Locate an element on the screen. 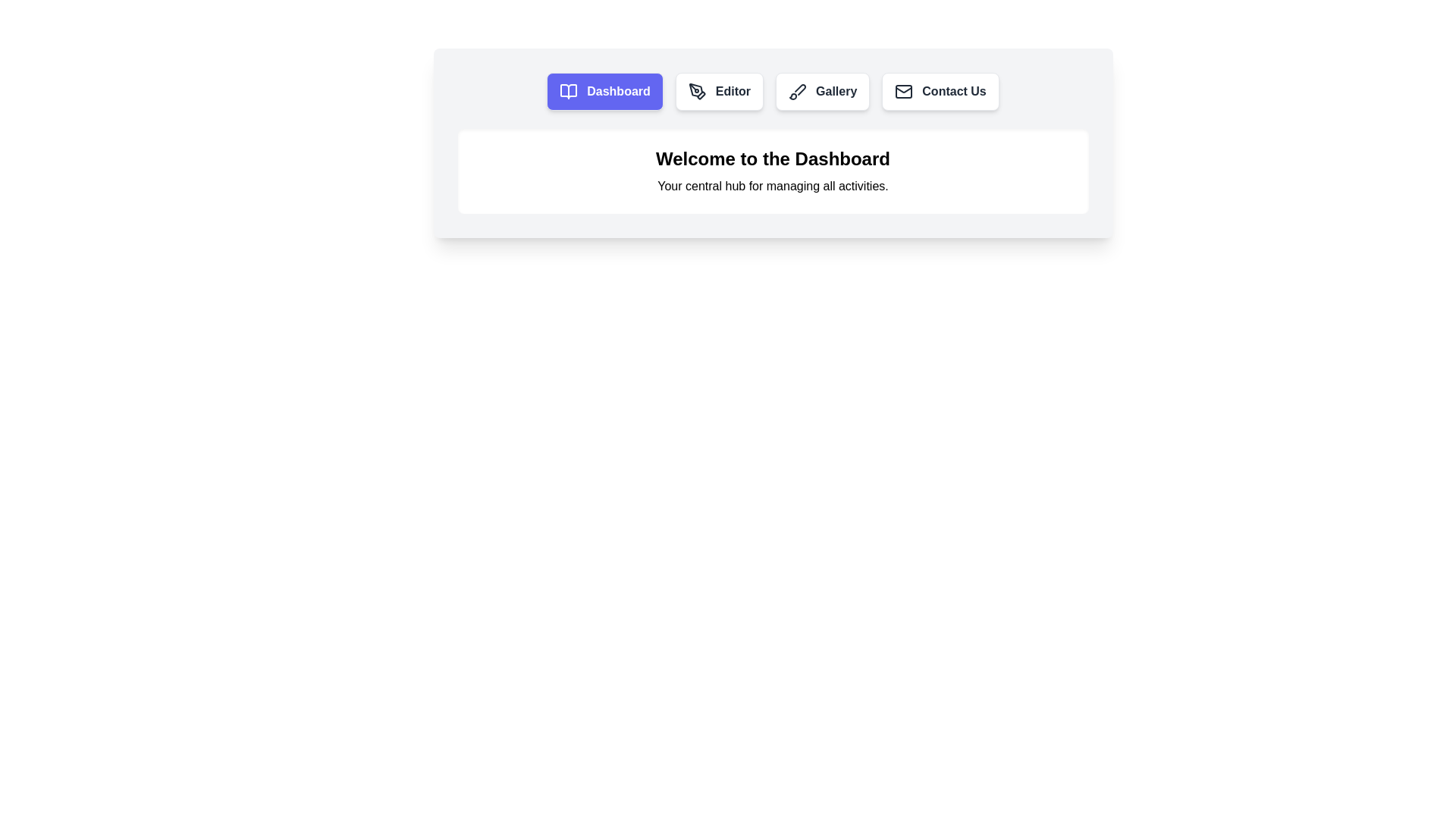 This screenshot has height=819, width=1456. 'Dashboard' text label within the purple button to understand its function is located at coordinates (619, 91).